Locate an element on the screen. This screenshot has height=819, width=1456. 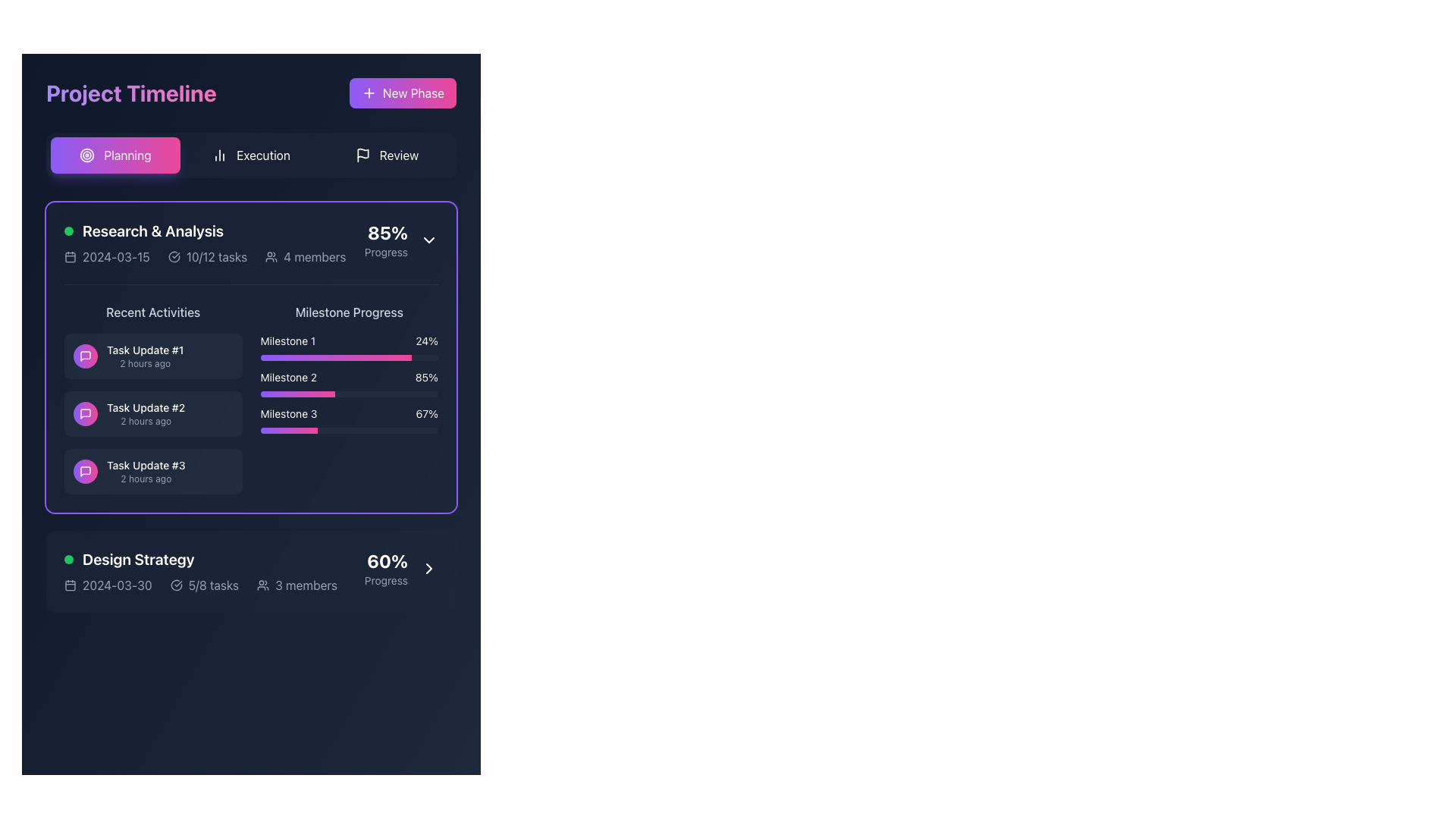
the Status Indicator located to the left of the 'Design Strategy' text, which visually denotes the current state of the Design Strategy item is located at coordinates (68, 559).